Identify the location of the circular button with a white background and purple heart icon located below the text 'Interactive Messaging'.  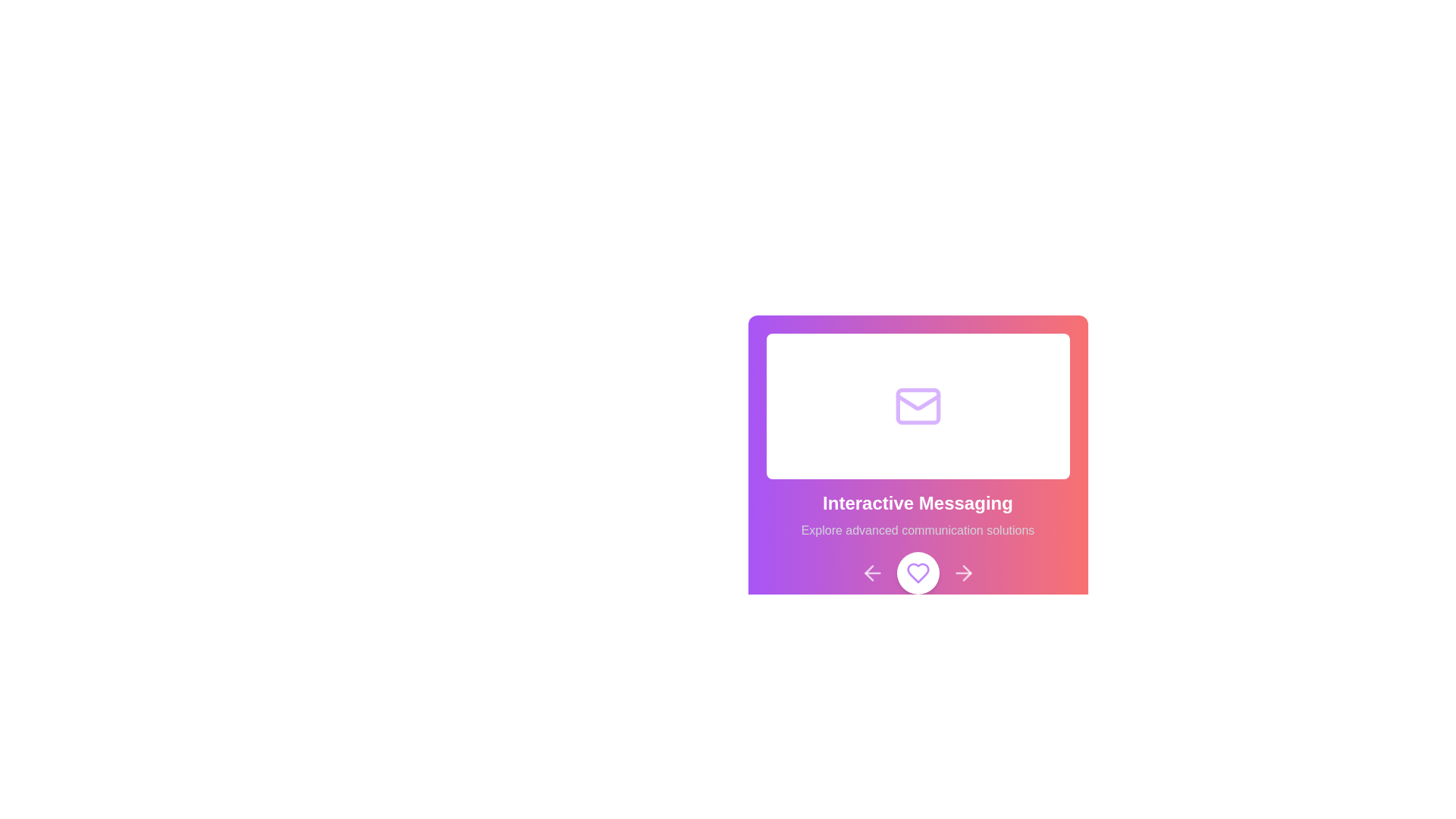
(917, 573).